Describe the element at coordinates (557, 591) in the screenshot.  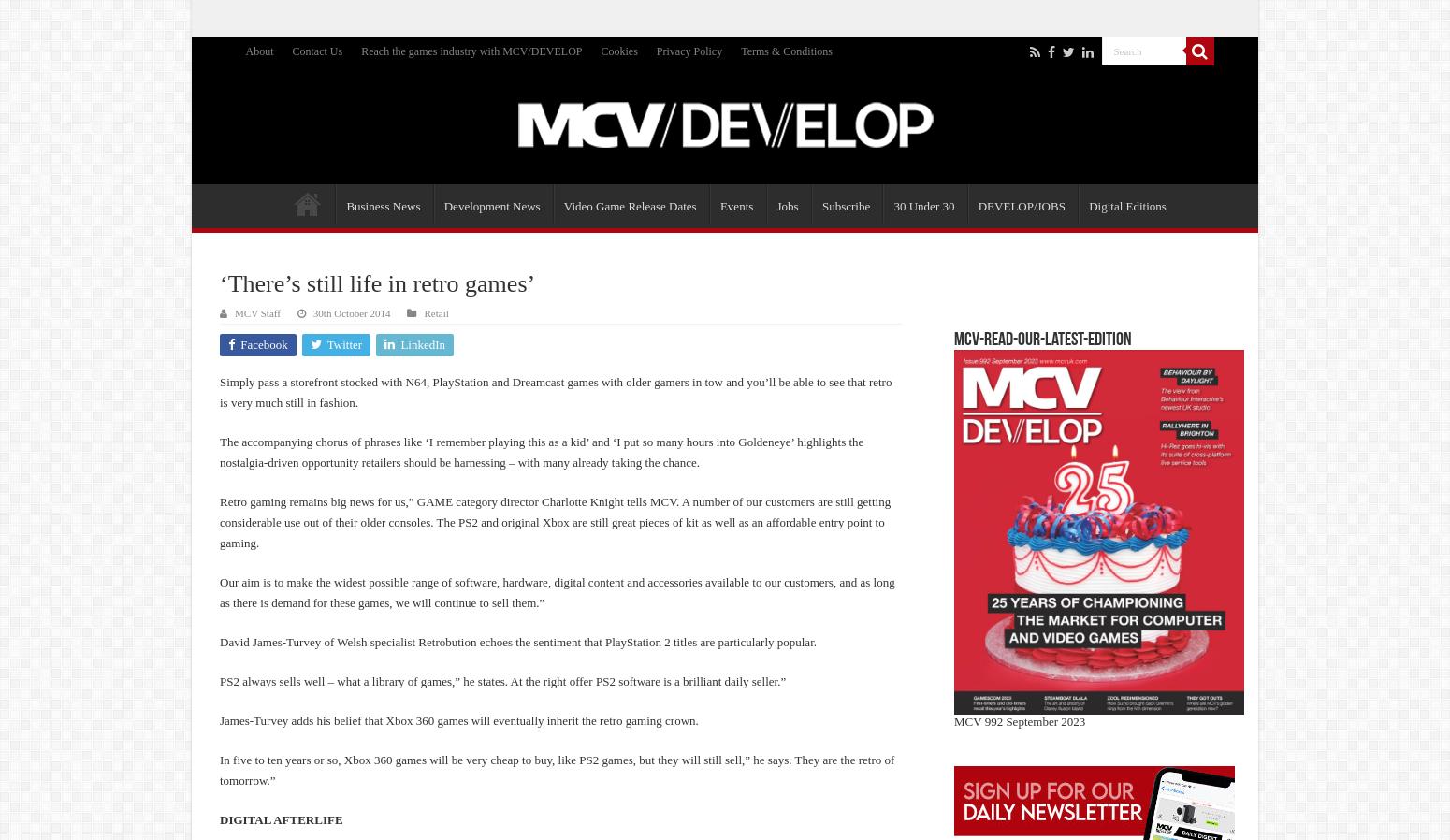
I see `'Our aim is to make the widest possible range of software, hardware, digital content and accessories available to our customers, and as long as there is demand for these games, we will continue to sell them.”'` at that location.